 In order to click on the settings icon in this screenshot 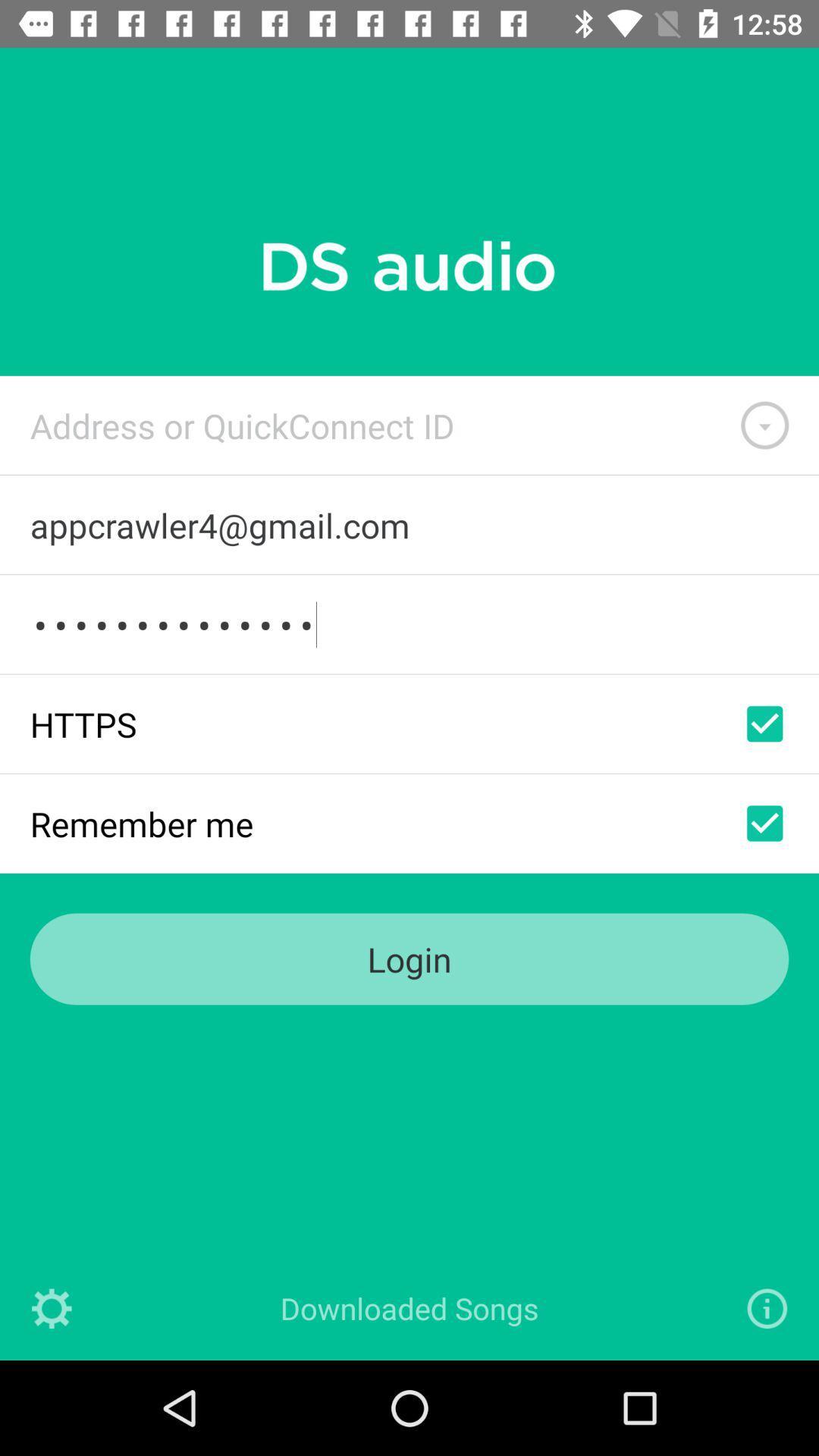, I will do `click(51, 1307)`.